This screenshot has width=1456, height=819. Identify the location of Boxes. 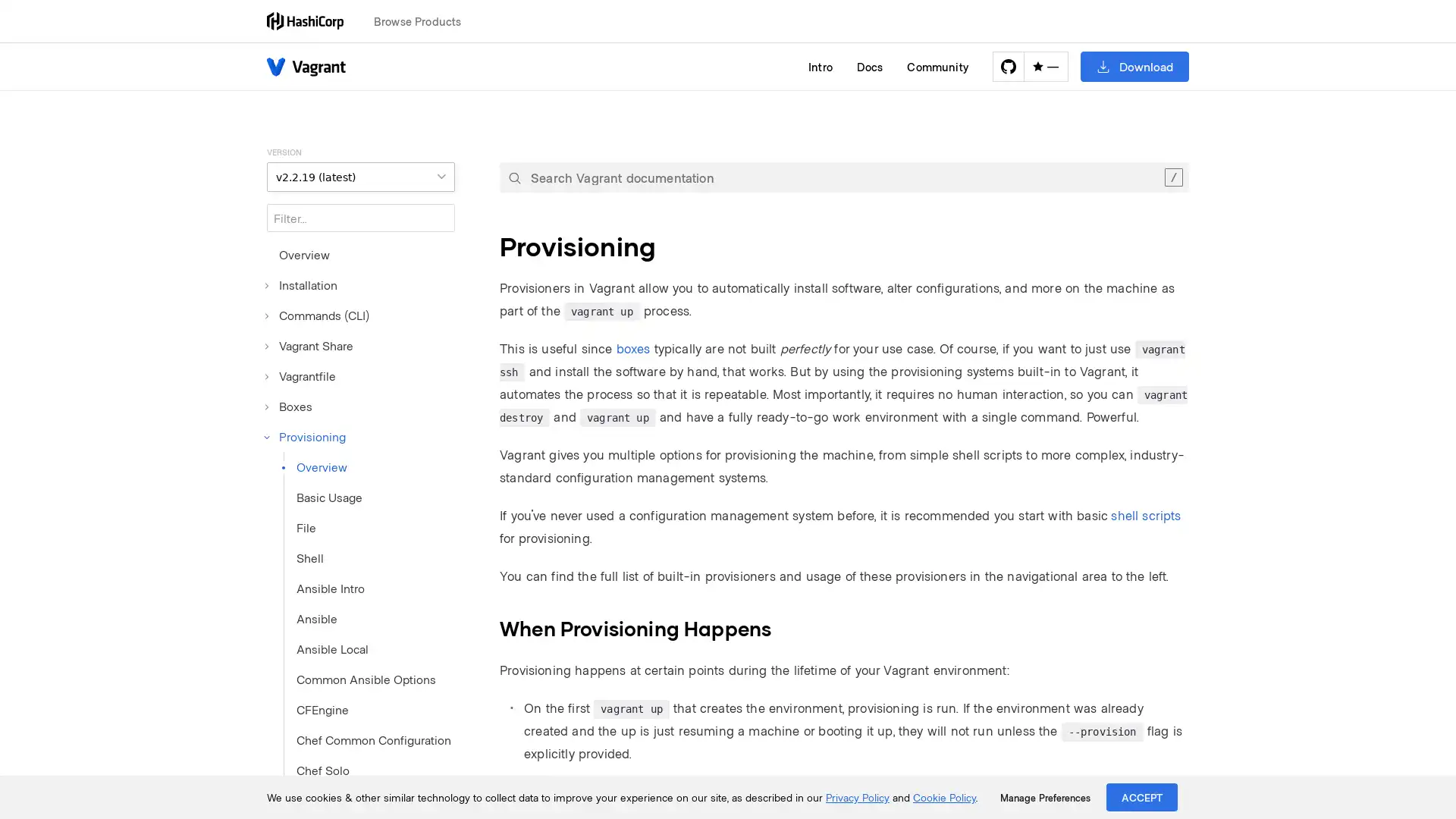
(290, 406).